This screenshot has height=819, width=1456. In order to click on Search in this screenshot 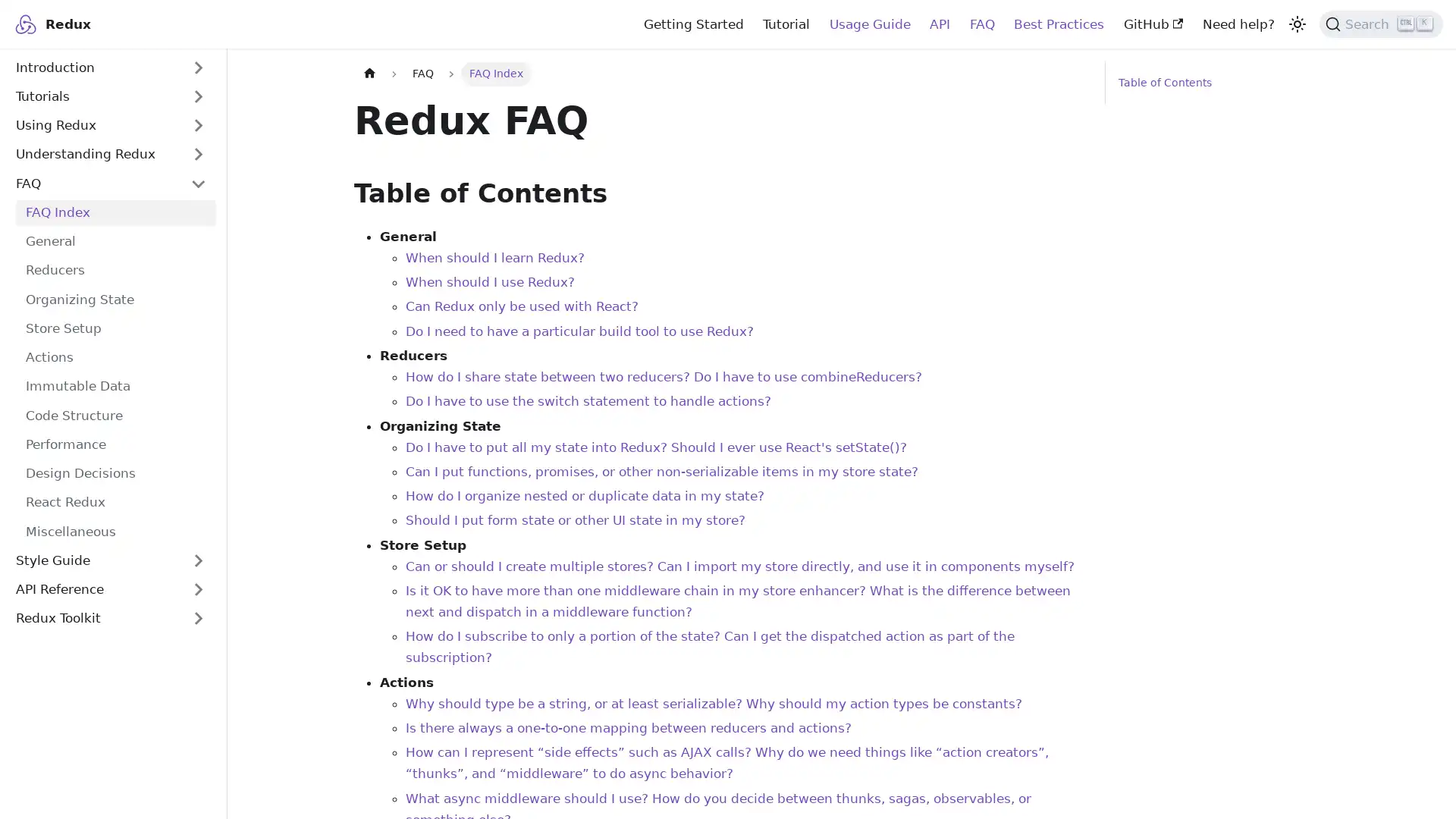, I will do `click(1381, 23)`.